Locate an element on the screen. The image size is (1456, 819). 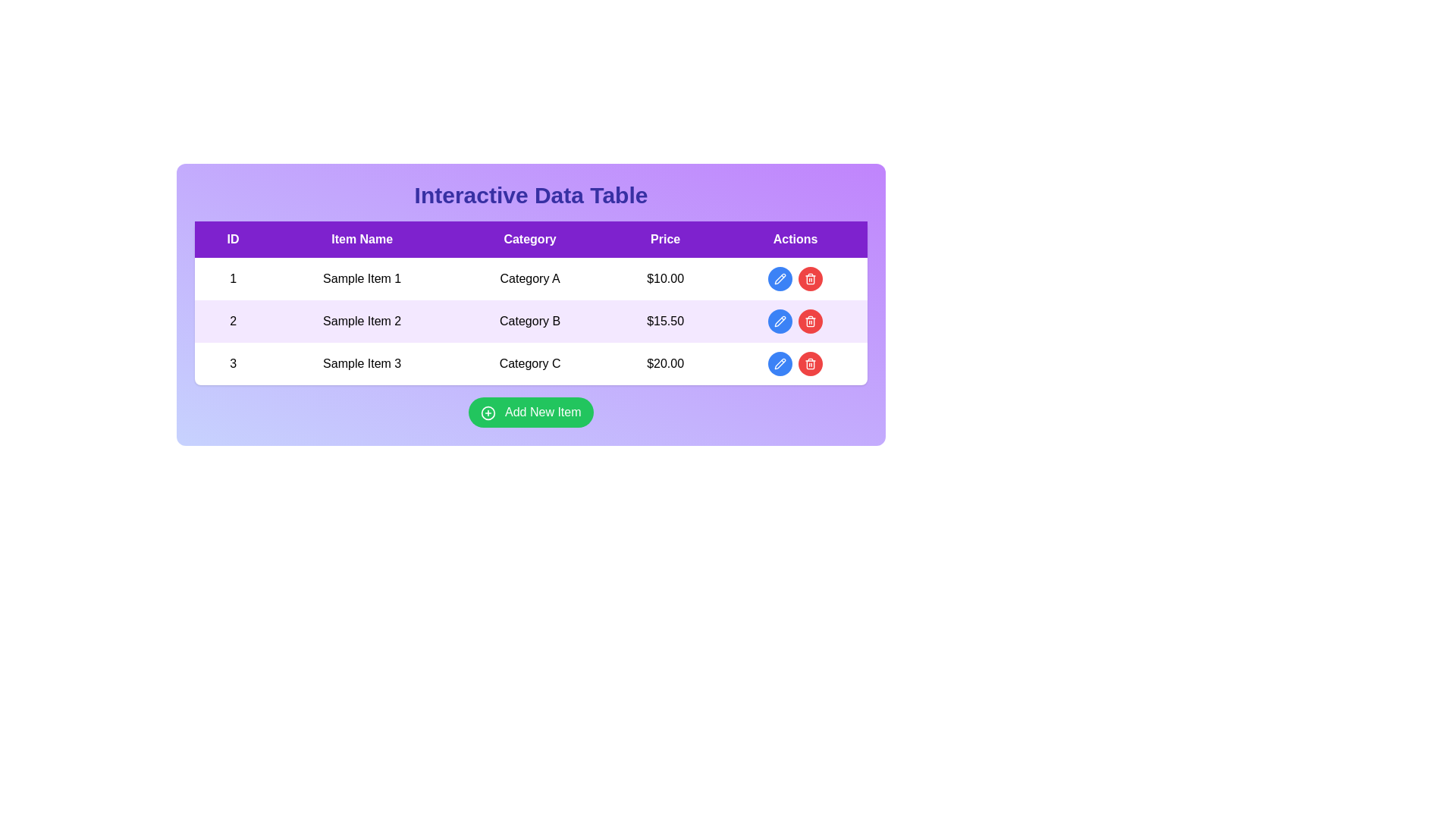
the text cell in the third column of the second row of the table, which indicates the category of the item, located between 'Sample Item 2' and '$15.50' is located at coordinates (530, 321).